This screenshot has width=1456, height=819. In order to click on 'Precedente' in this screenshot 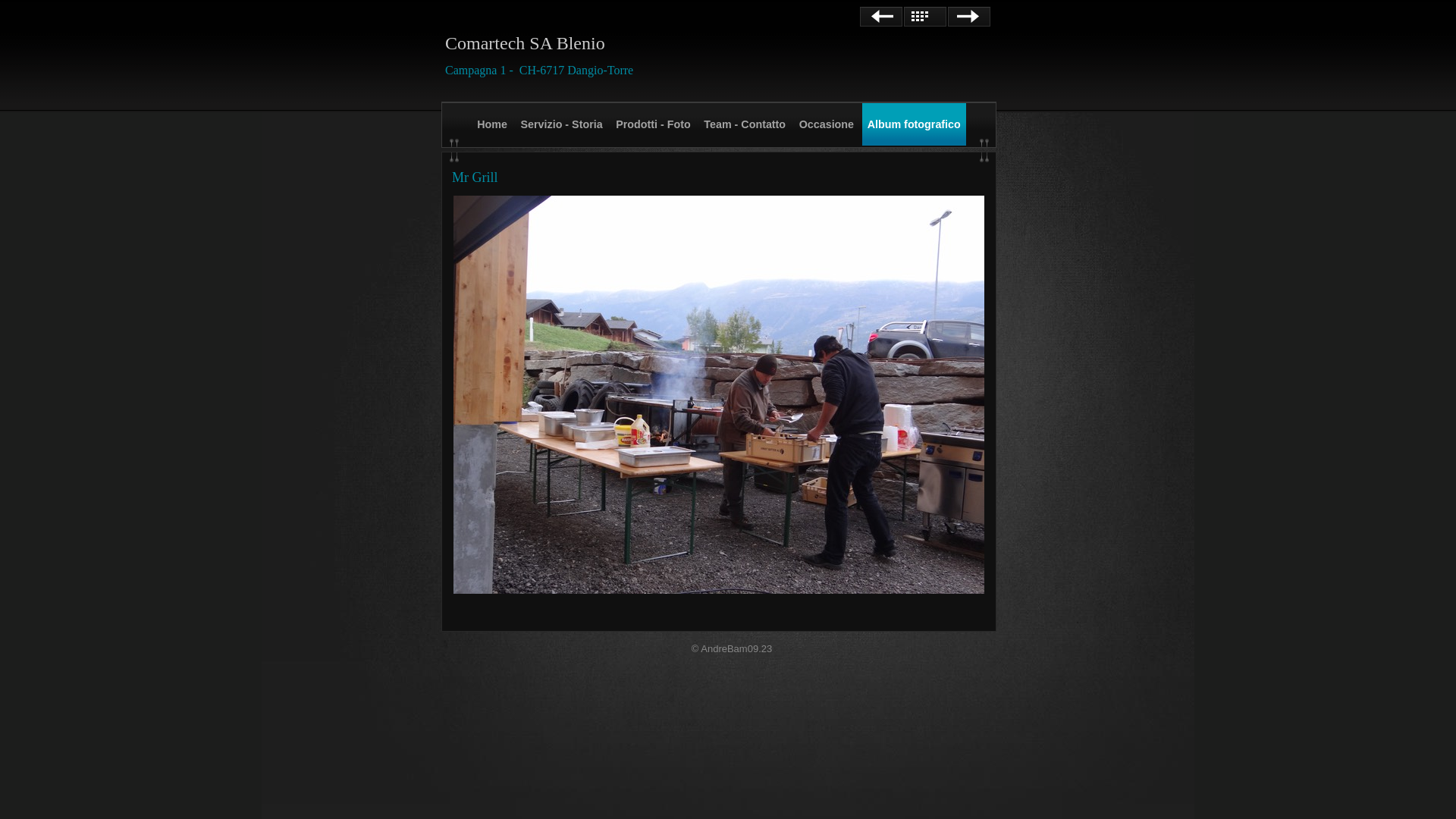, I will do `click(880, 17)`.